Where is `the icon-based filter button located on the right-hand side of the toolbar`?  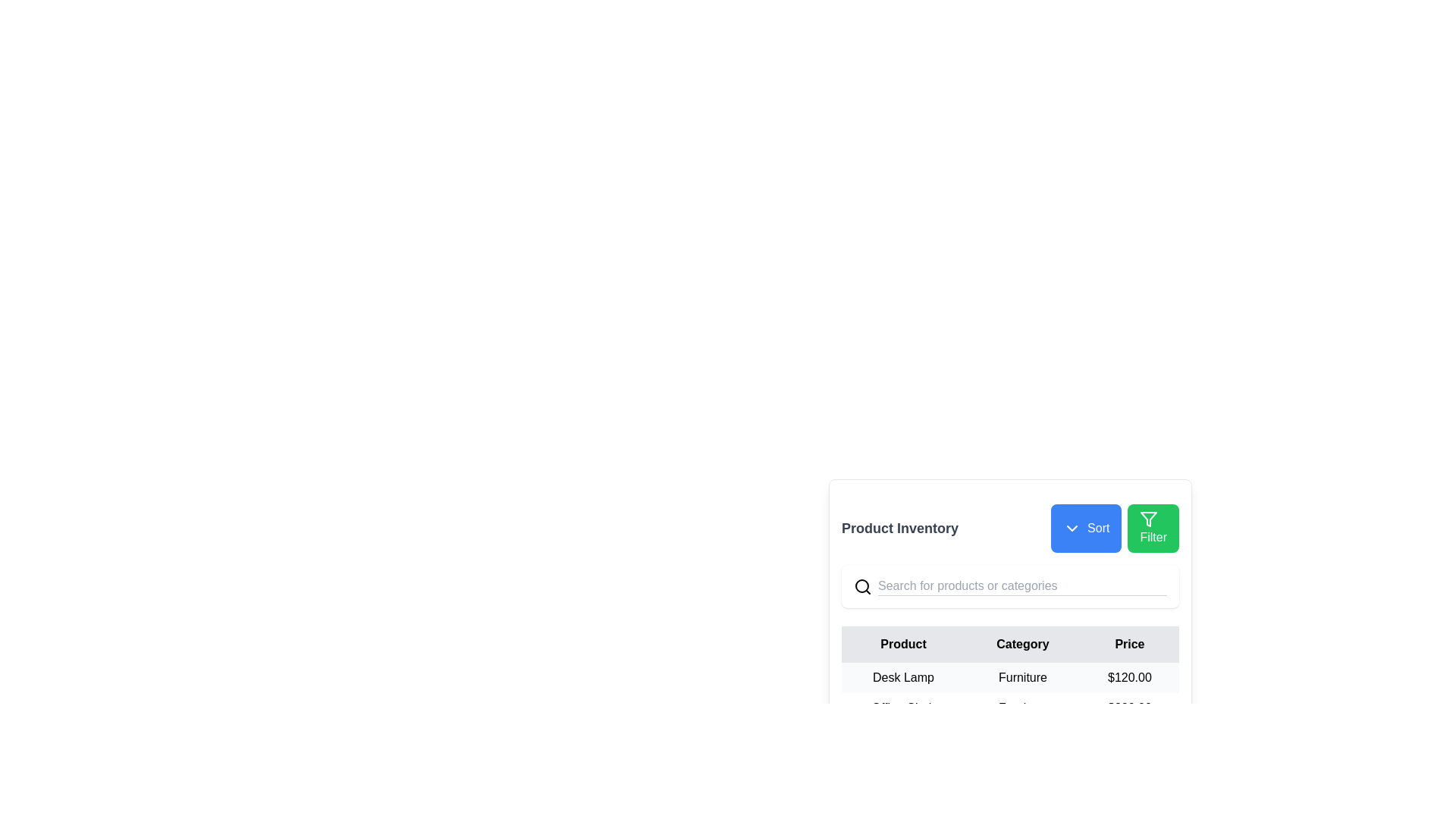 the icon-based filter button located on the right-hand side of the toolbar is located at coordinates (1149, 519).